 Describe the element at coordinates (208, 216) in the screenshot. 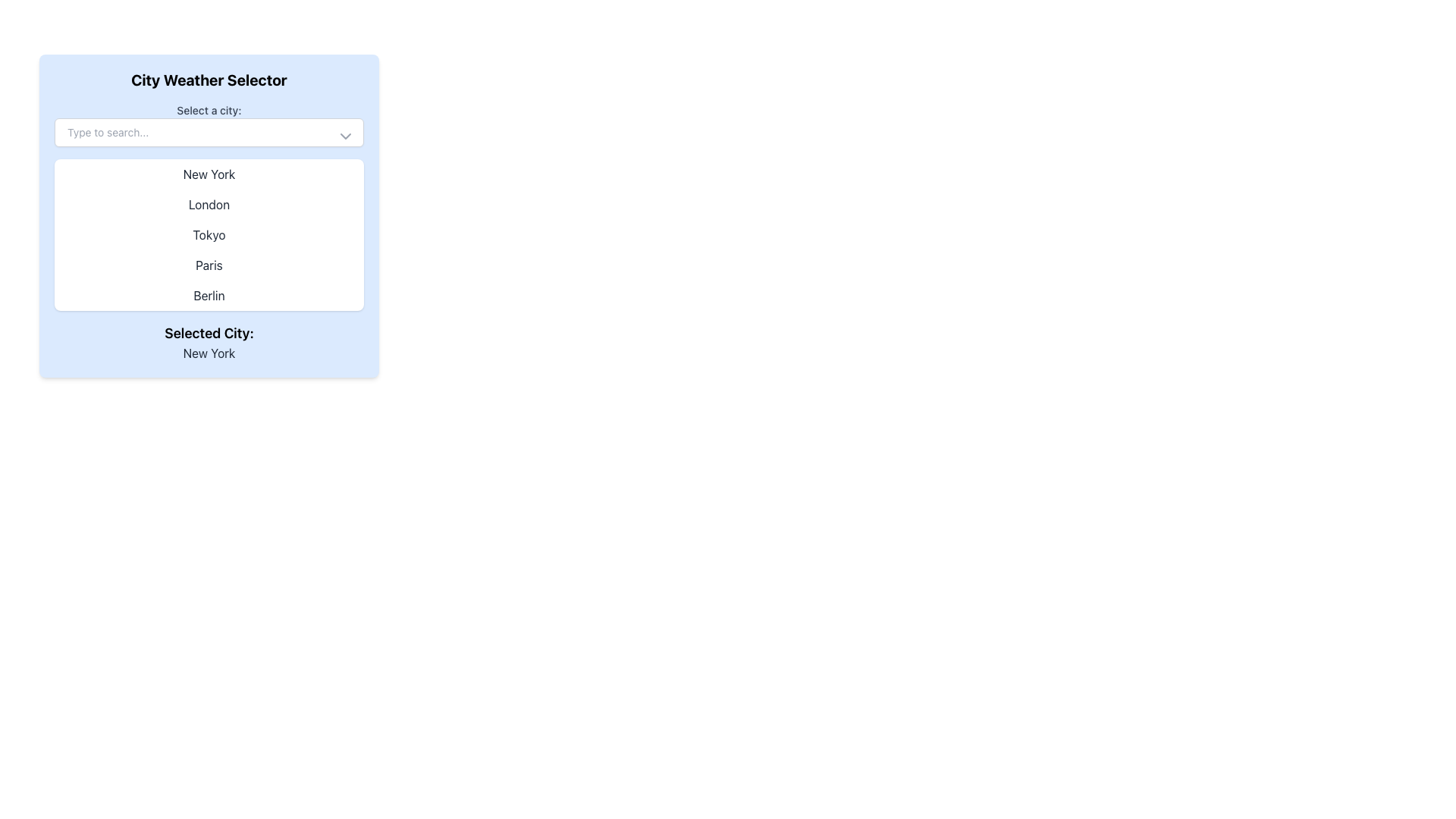

I see `the second item in the dropdown list, which is 'London'` at that location.